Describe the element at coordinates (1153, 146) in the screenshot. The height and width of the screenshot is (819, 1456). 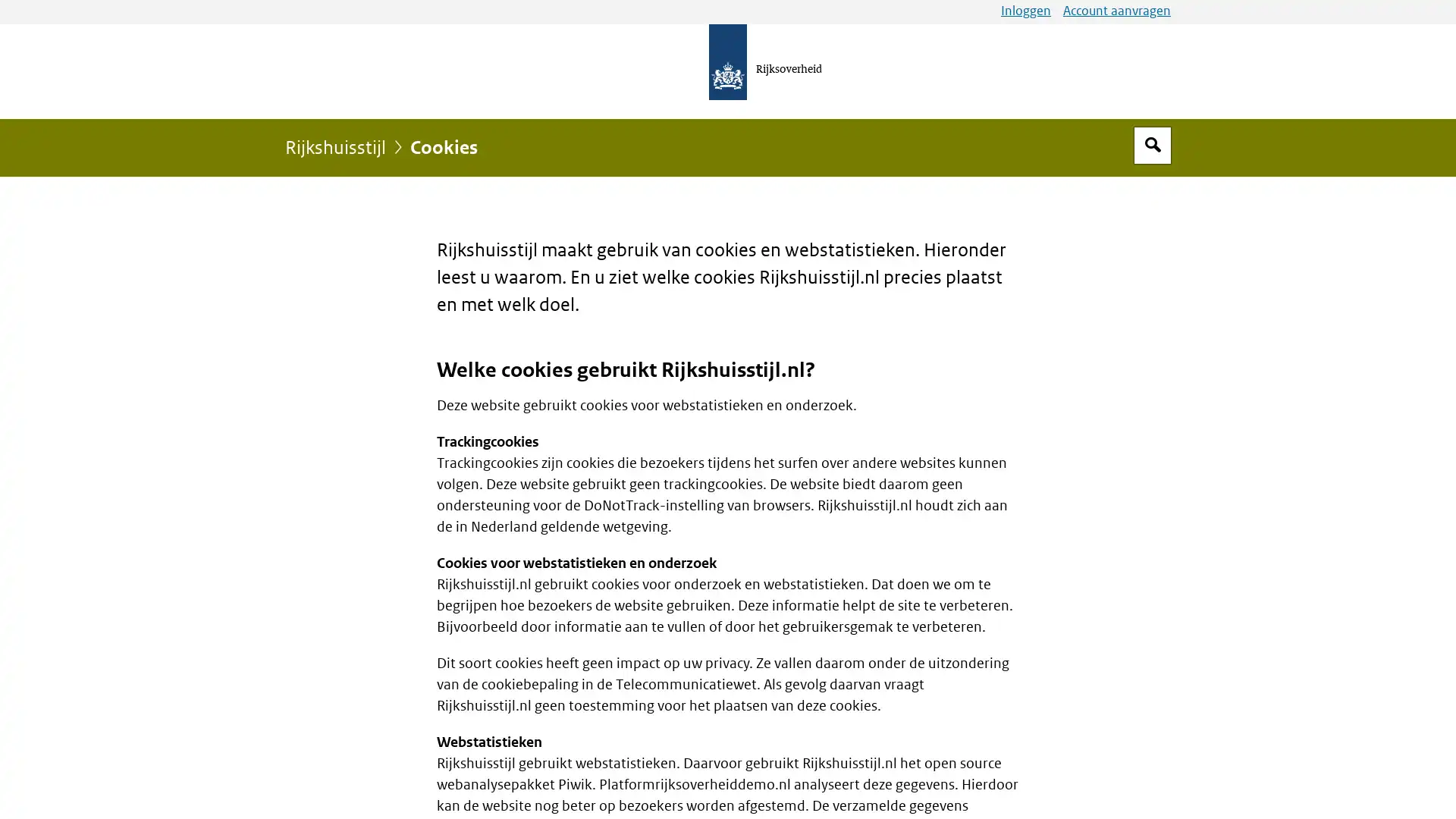
I see `Open zoekveld` at that location.